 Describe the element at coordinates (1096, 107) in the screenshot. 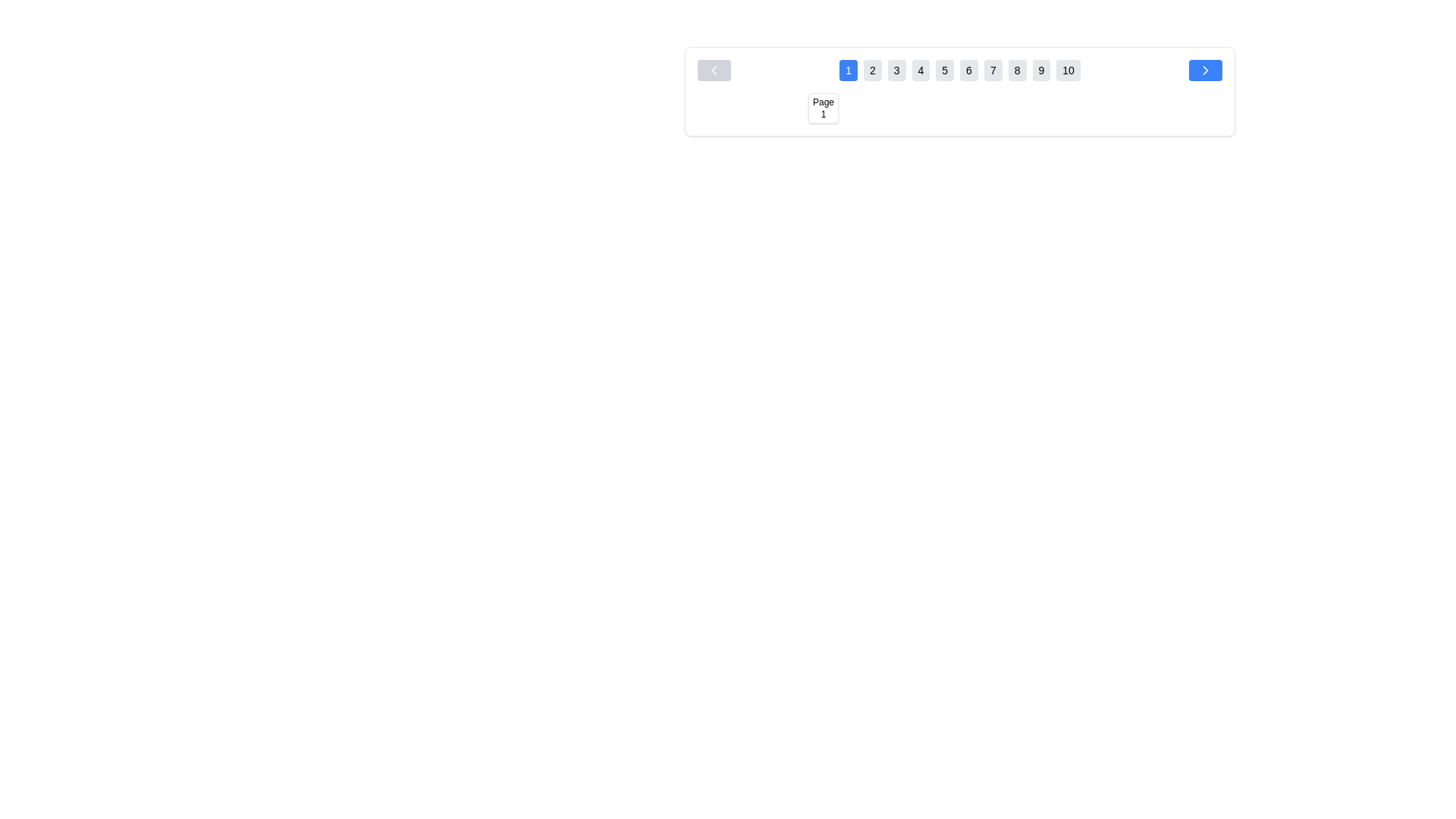

I see `the pagination control element that indicates Page 10, located at the rightmost position of the pagination components` at that location.